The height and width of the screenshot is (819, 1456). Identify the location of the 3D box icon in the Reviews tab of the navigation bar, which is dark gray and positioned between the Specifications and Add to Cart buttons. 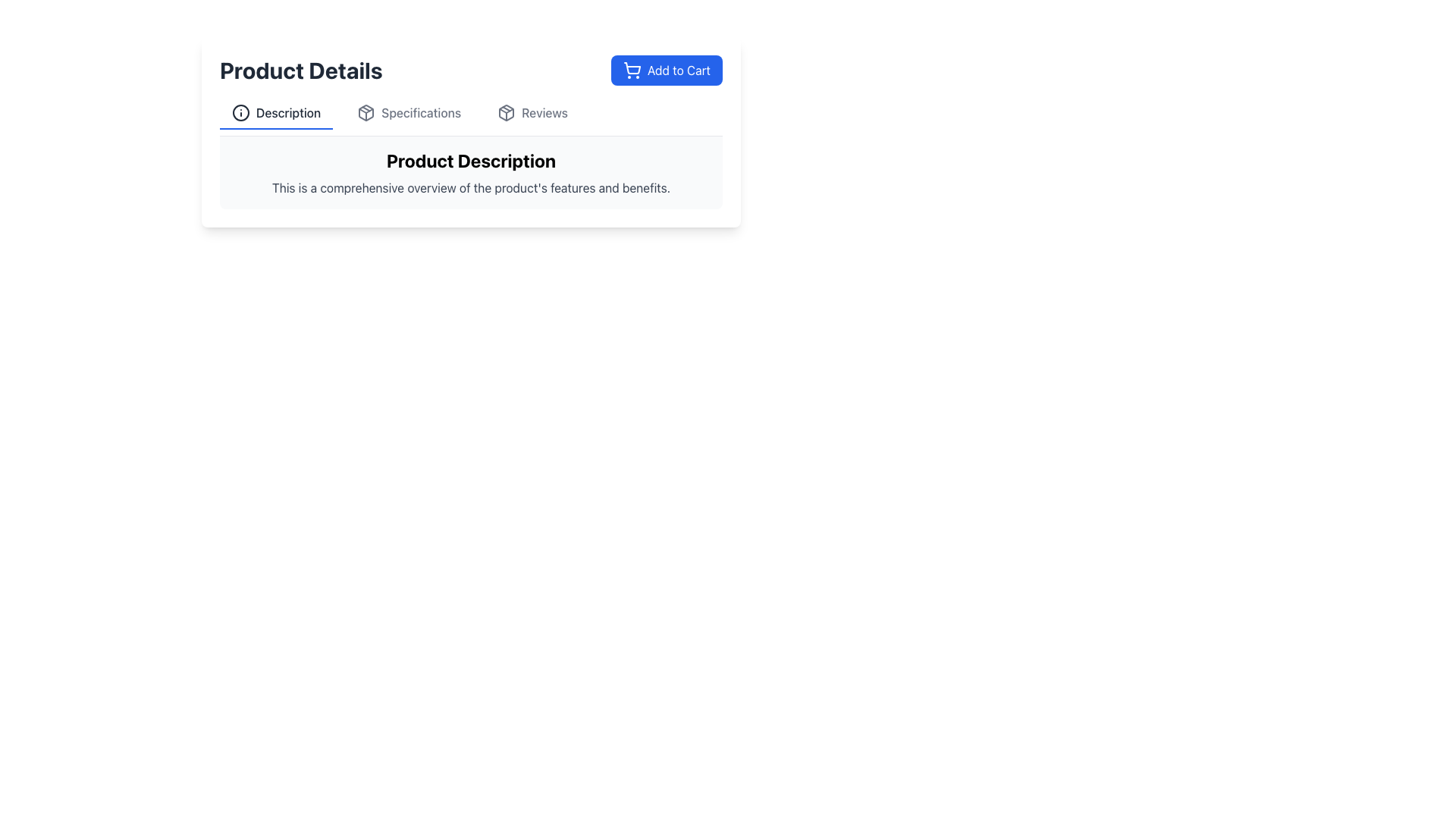
(507, 112).